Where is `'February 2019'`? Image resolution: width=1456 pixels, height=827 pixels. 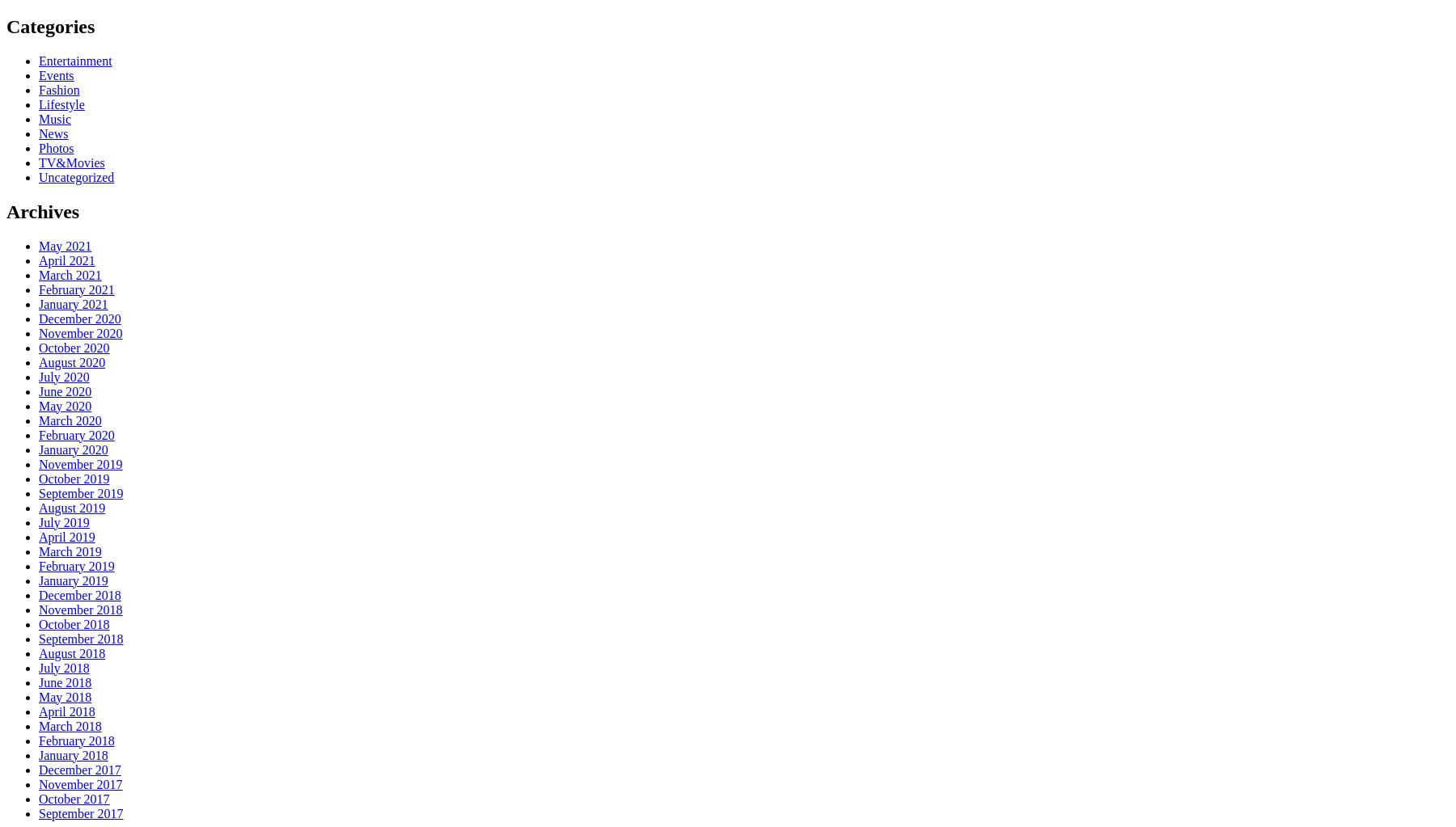
'February 2019' is located at coordinates (75, 564).